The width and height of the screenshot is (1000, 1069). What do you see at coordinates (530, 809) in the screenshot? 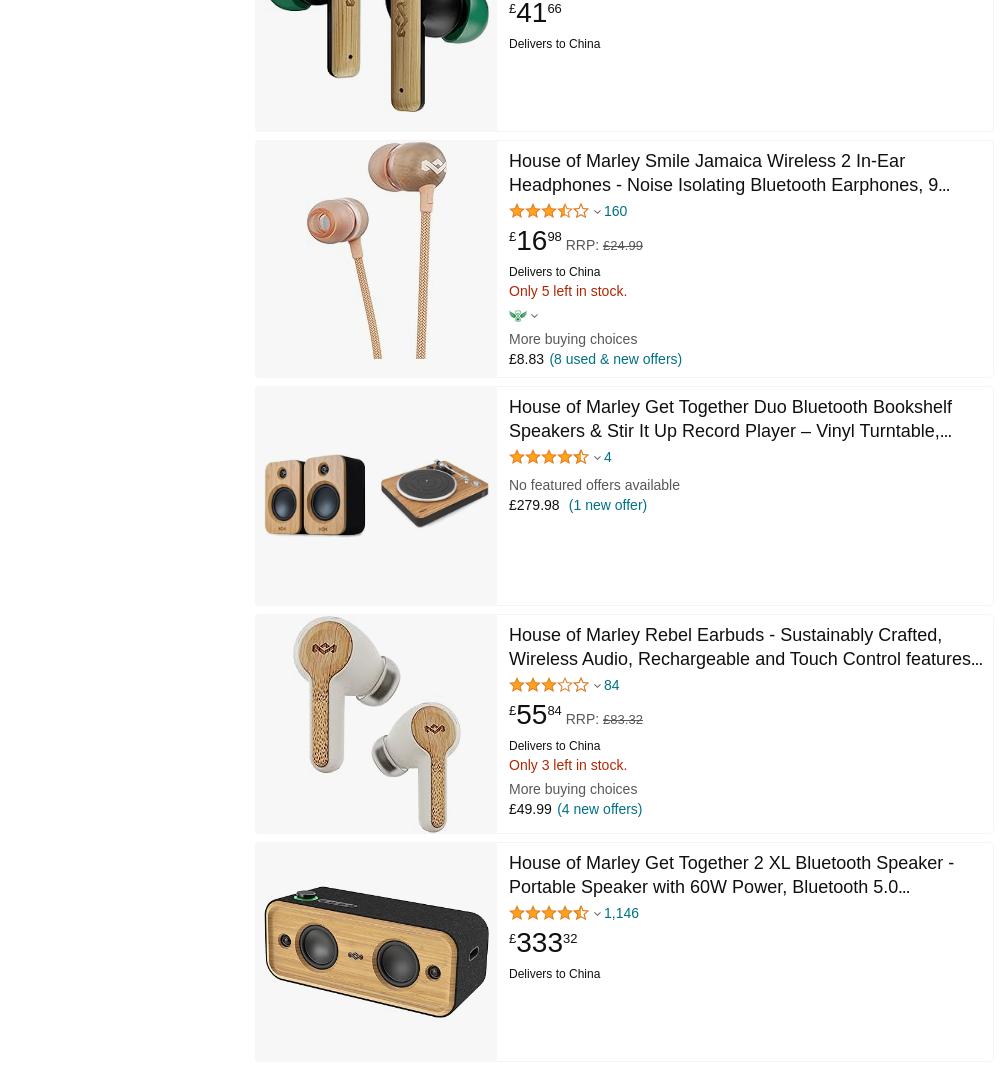
I see `'£49.99'` at bounding box center [530, 809].